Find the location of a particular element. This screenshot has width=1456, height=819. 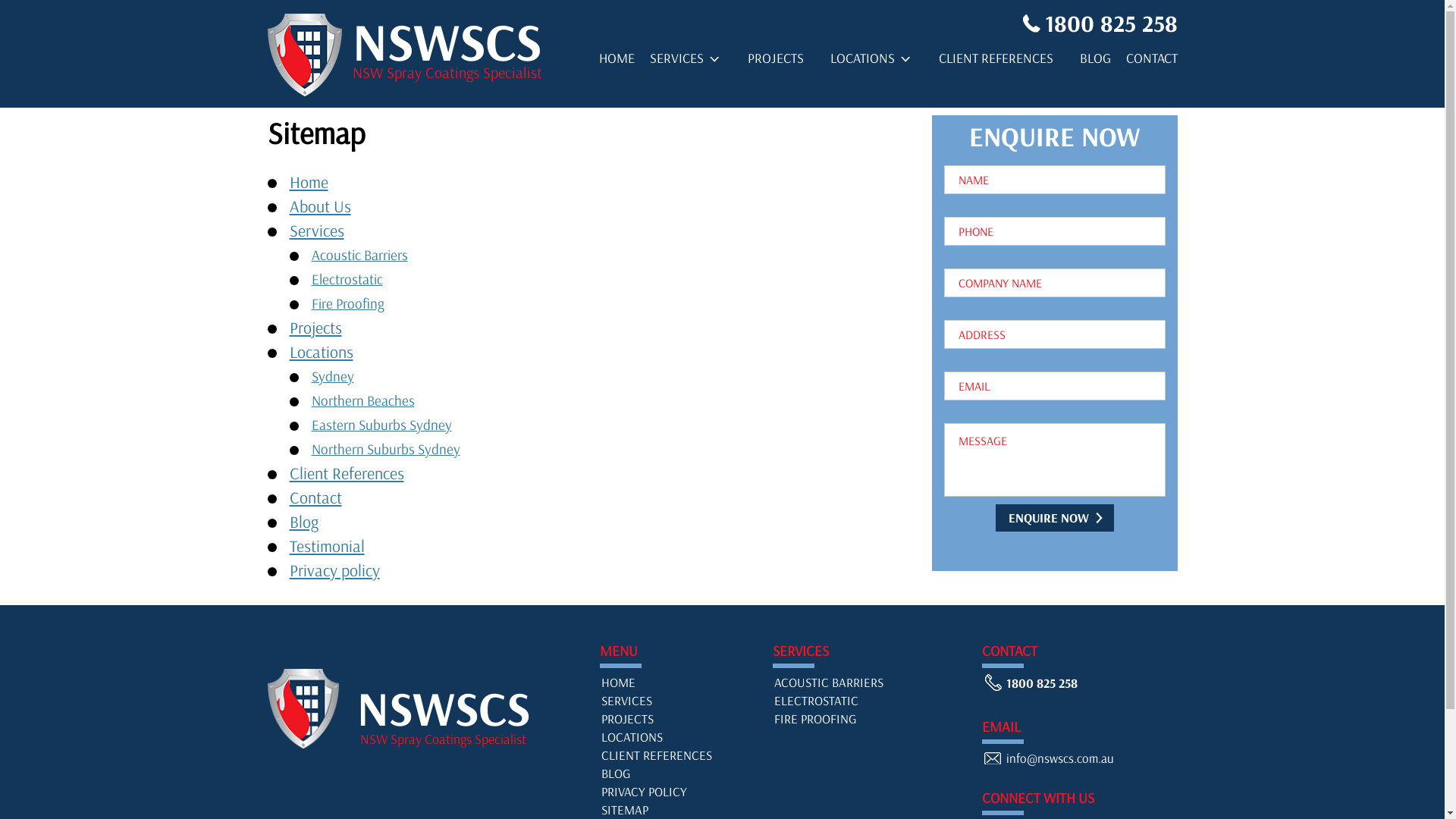

'NSWSCS is located at coordinates (406, 55).